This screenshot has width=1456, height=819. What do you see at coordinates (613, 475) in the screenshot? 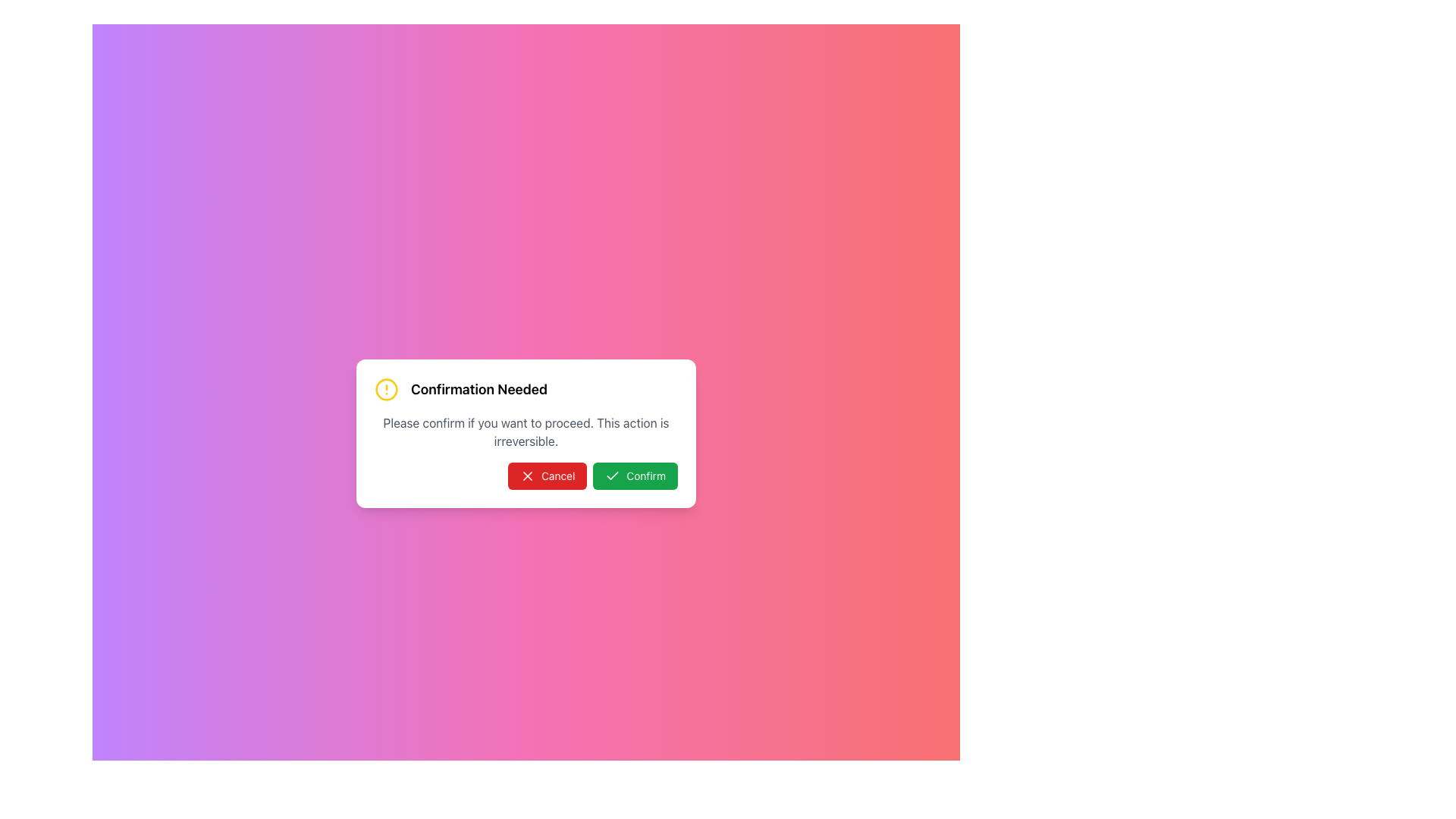
I see `the green circular check mark icon with a white tick located to the left of the 'Confirm' button's text` at bounding box center [613, 475].